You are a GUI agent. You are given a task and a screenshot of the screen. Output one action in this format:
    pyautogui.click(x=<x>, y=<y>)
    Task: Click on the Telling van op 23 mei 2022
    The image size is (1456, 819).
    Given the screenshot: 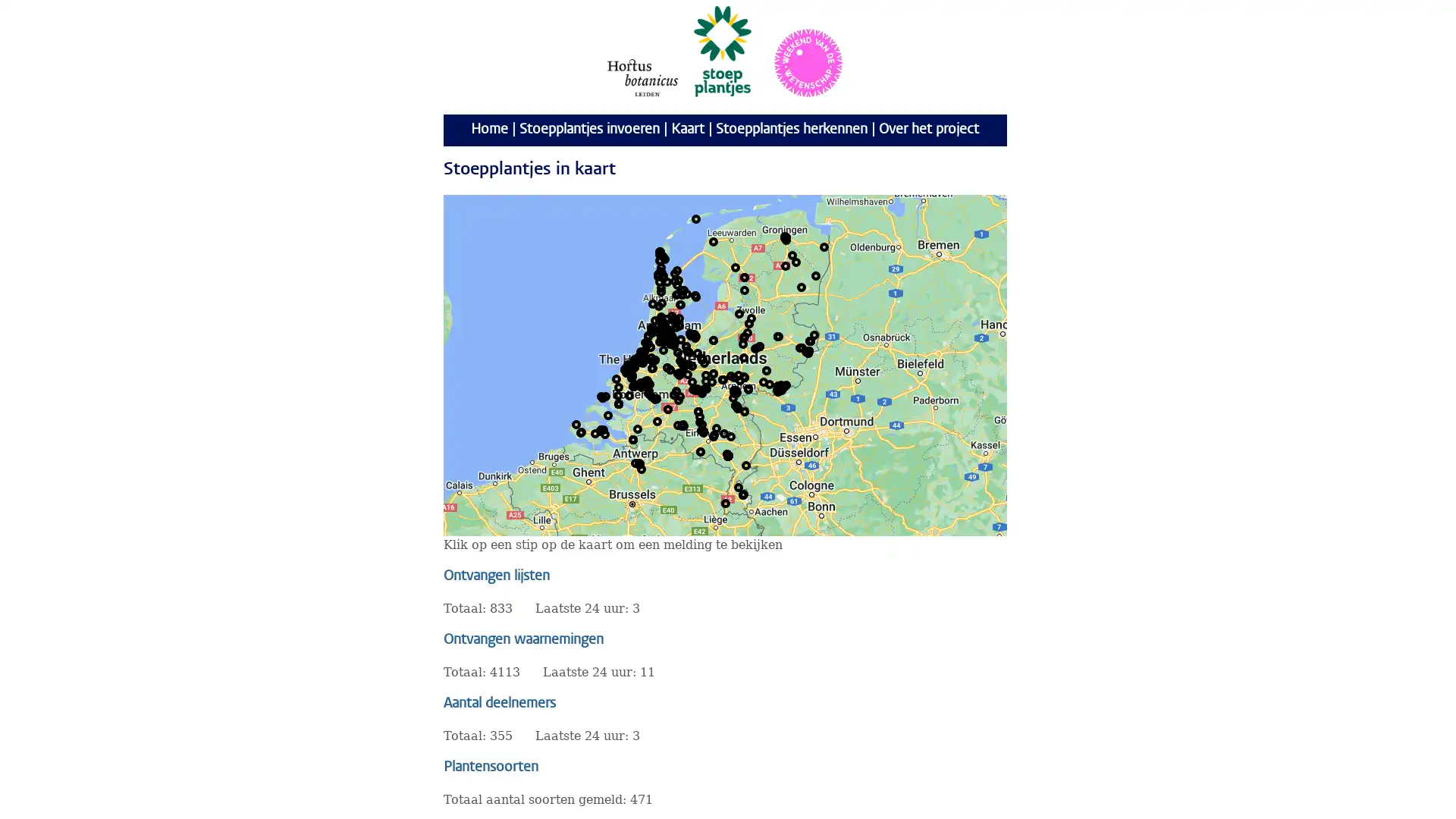 What is the action you would take?
    pyautogui.click(x=665, y=330)
    